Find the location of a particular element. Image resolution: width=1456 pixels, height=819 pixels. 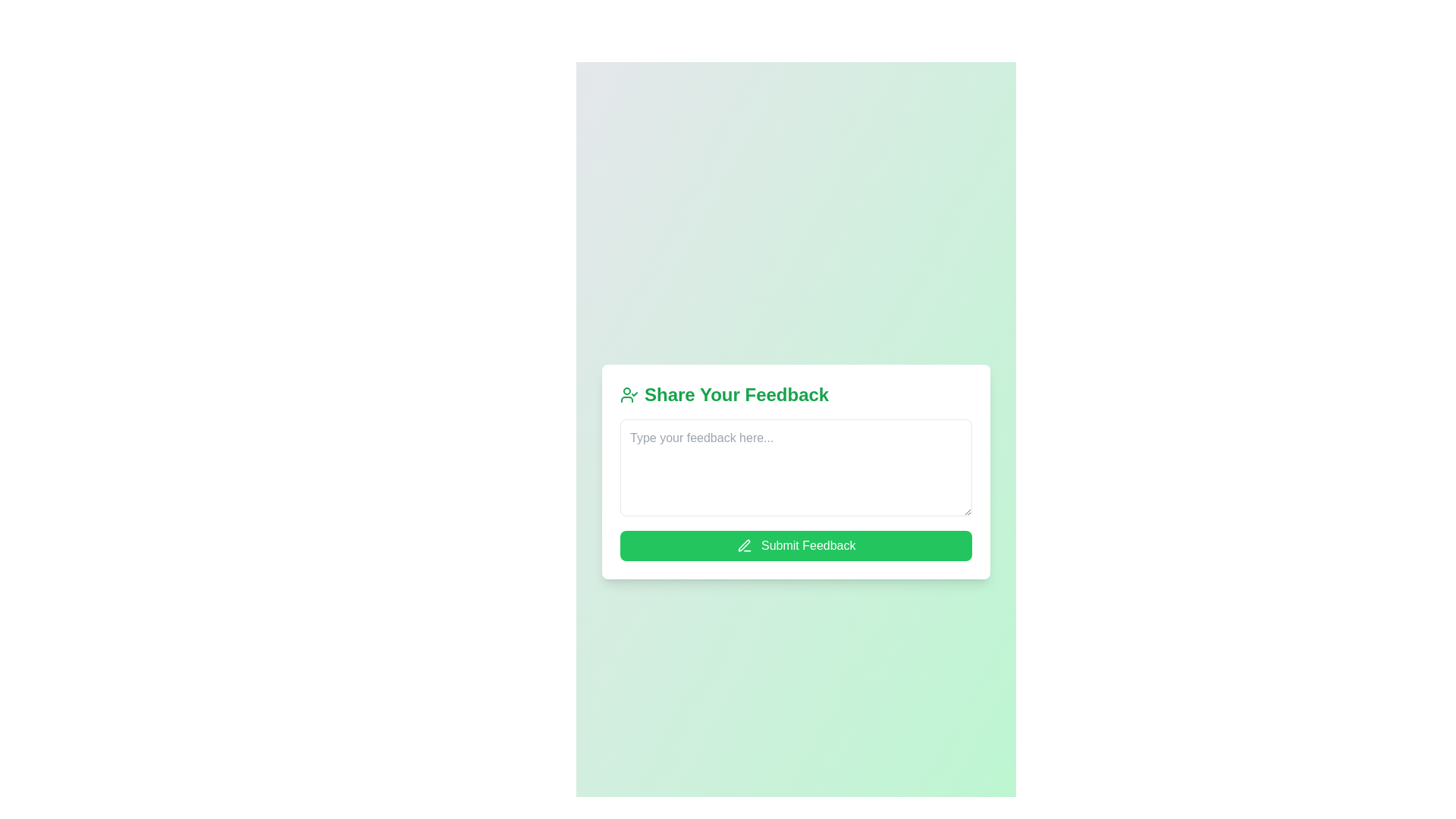

the non-interactive pen icon located to the left of the 'Submit Feedback' button, which is rendered in white against a green background is located at coordinates (744, 546).